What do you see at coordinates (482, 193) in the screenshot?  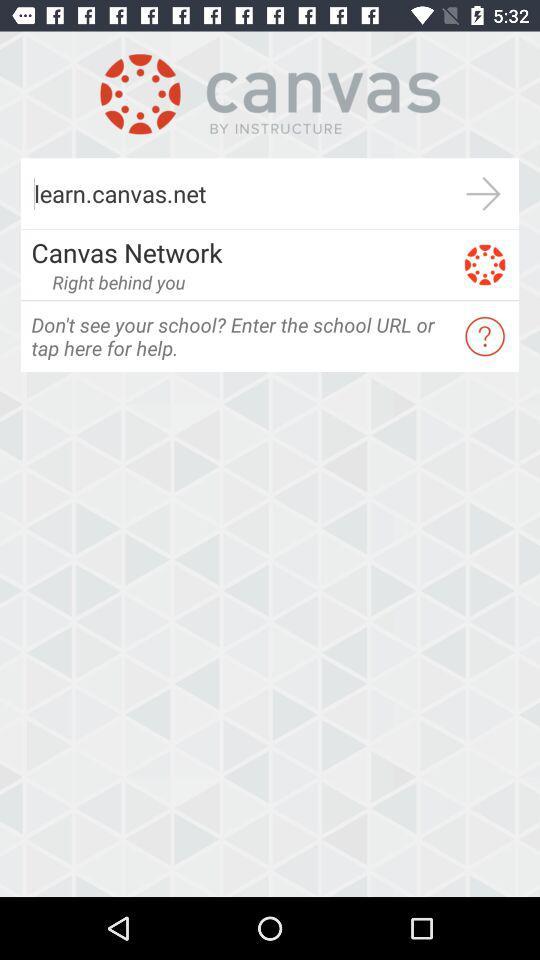 I see `go` at bounding box center [482, 193].